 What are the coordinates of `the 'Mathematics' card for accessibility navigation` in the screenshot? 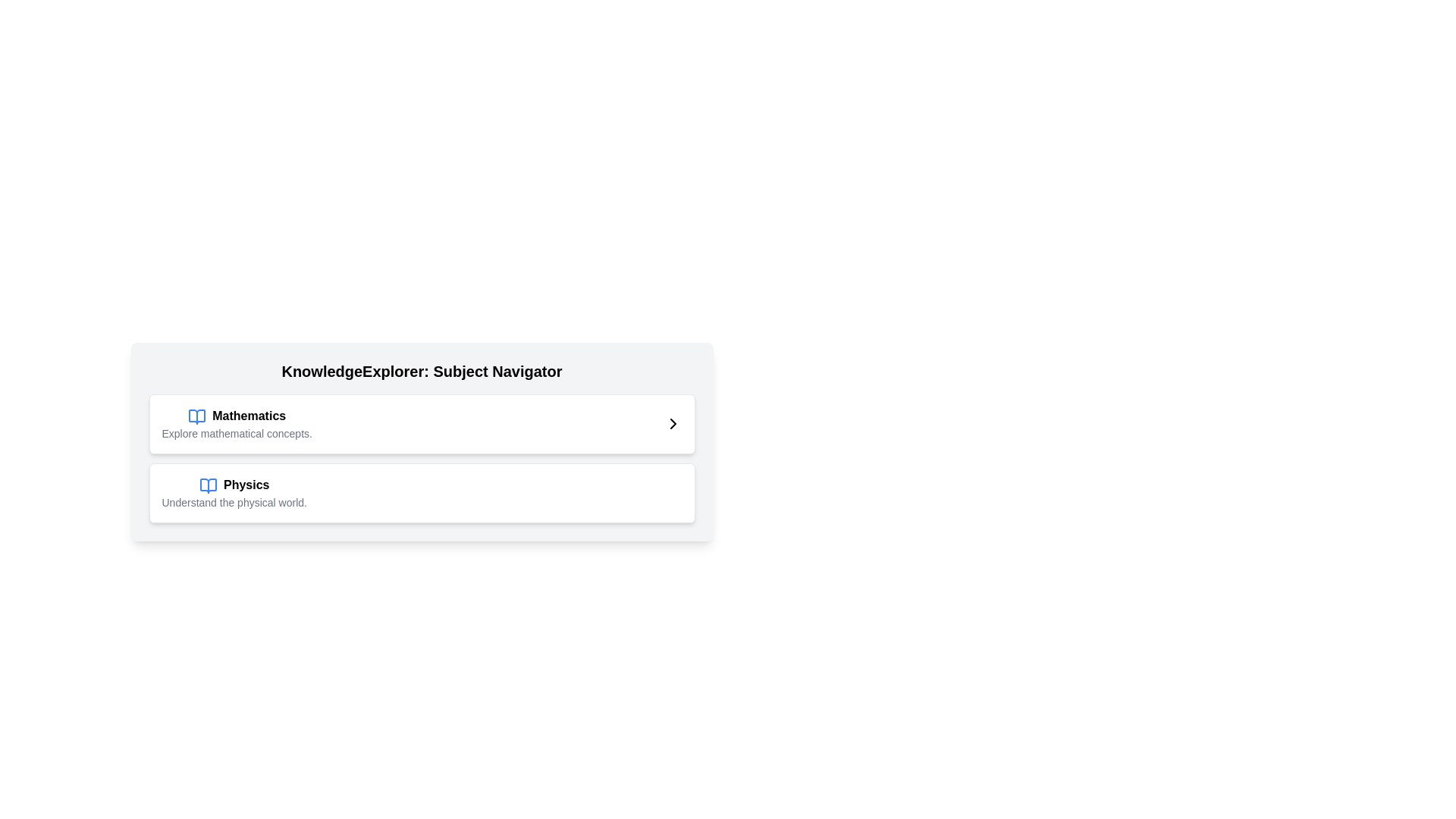 It's located at (422, 424).